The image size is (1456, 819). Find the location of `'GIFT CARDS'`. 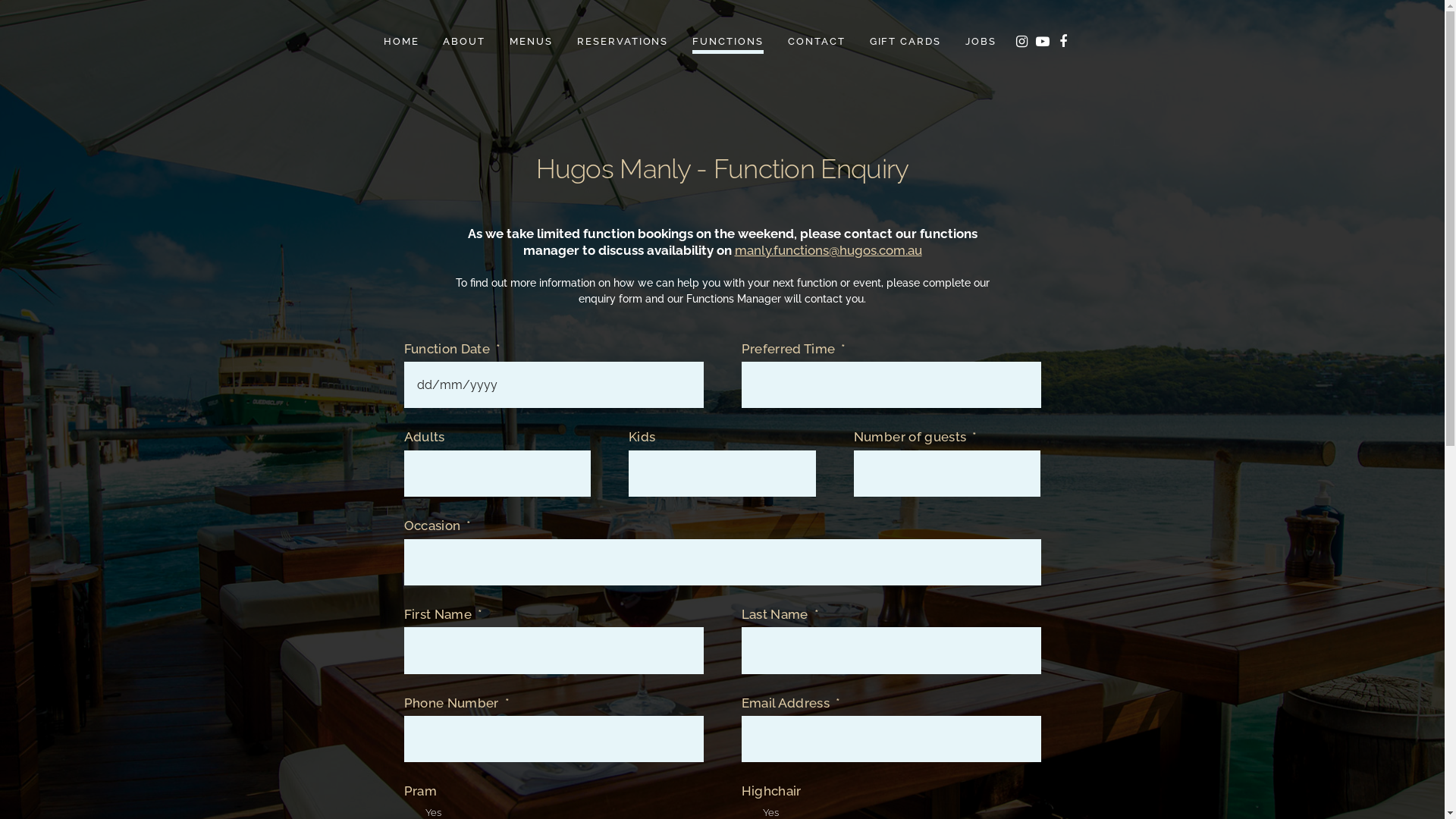

'GIFT CARDS' is located at coordinates (905, 40).